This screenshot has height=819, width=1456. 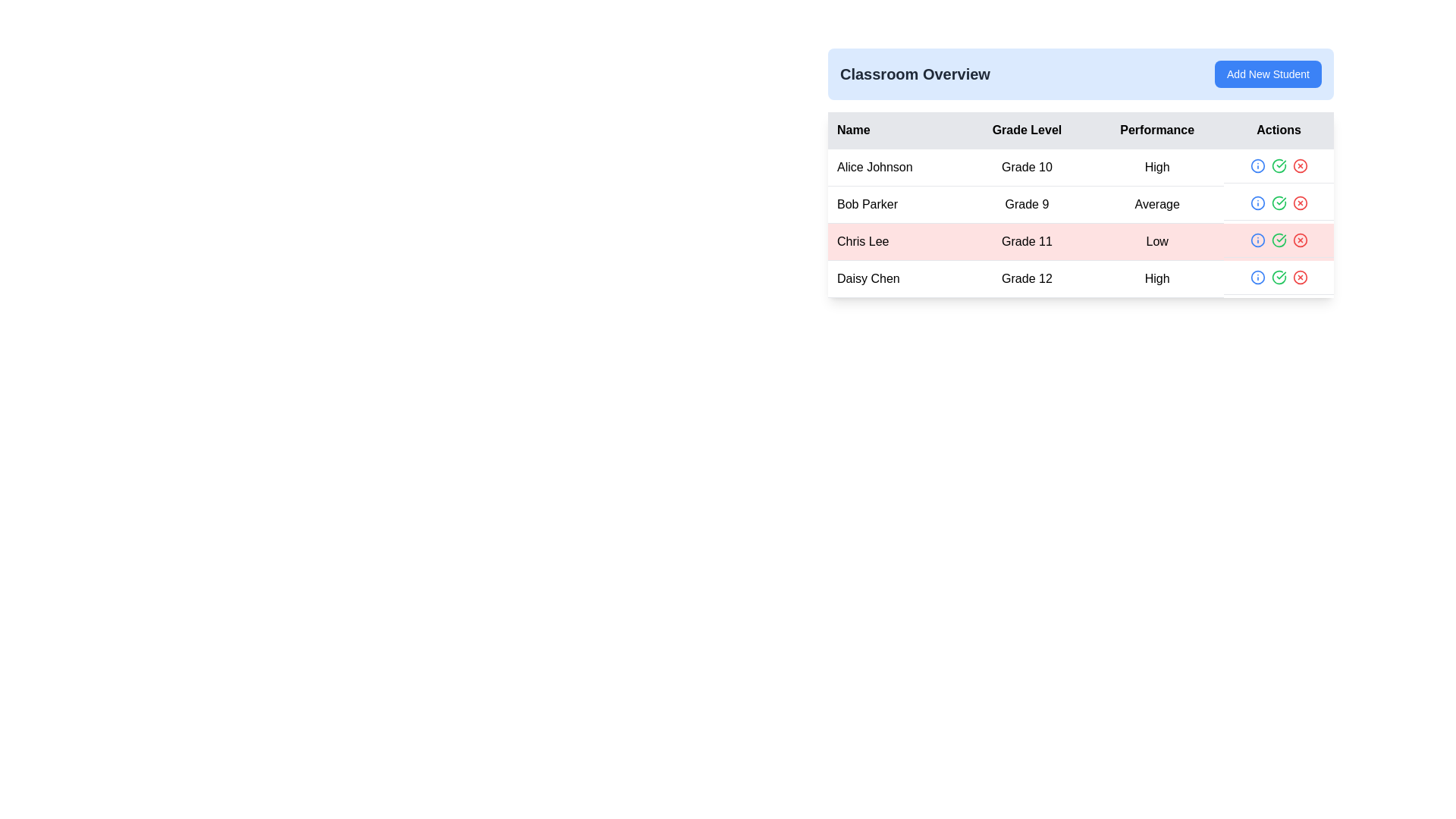 What do you see at coordinates (1278, 166) in the screenshot?
I see `the green circular icon with a white checkmark located` at bounding box center [1278, 166].